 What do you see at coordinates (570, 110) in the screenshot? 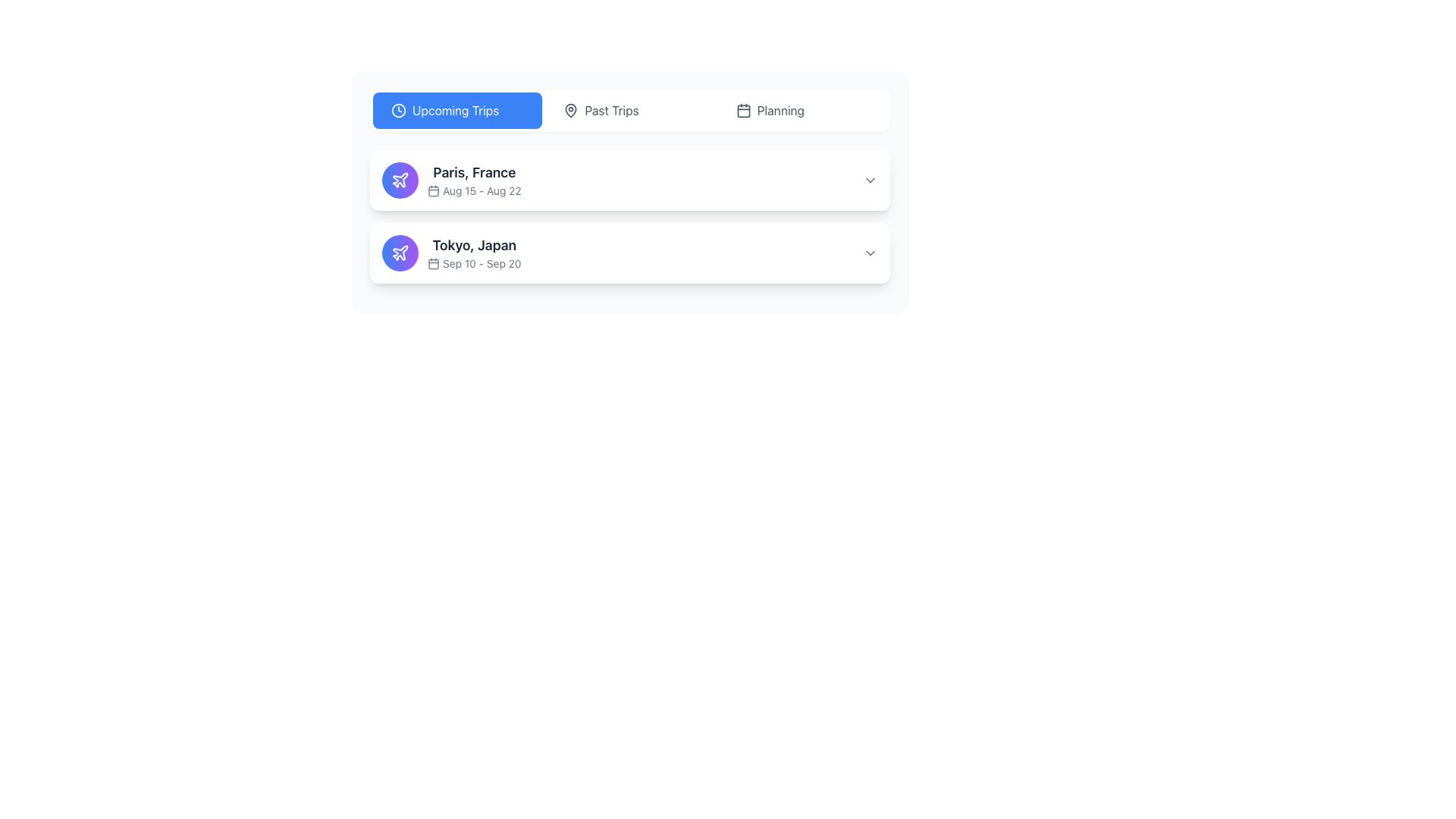
I see `the pin icon representing the 'Past Trips' section, which is located at the left of the 'Past Trips' tab in the navigation bar` at bounding box center [570, 110].